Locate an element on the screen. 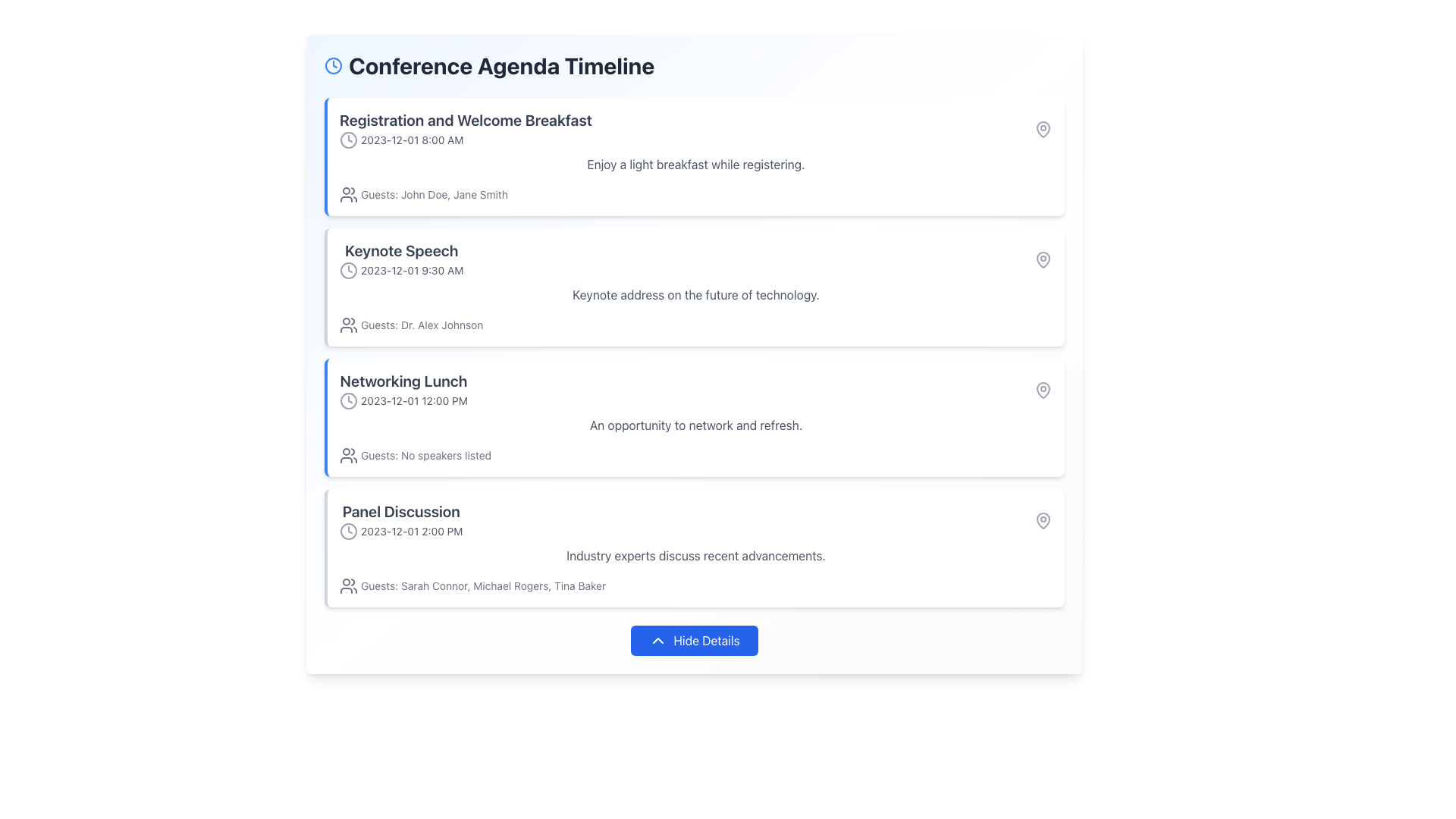  the button located at the bottom center of the page beneath the 'Panel Discussion' section is located at coordinates (694, 640).